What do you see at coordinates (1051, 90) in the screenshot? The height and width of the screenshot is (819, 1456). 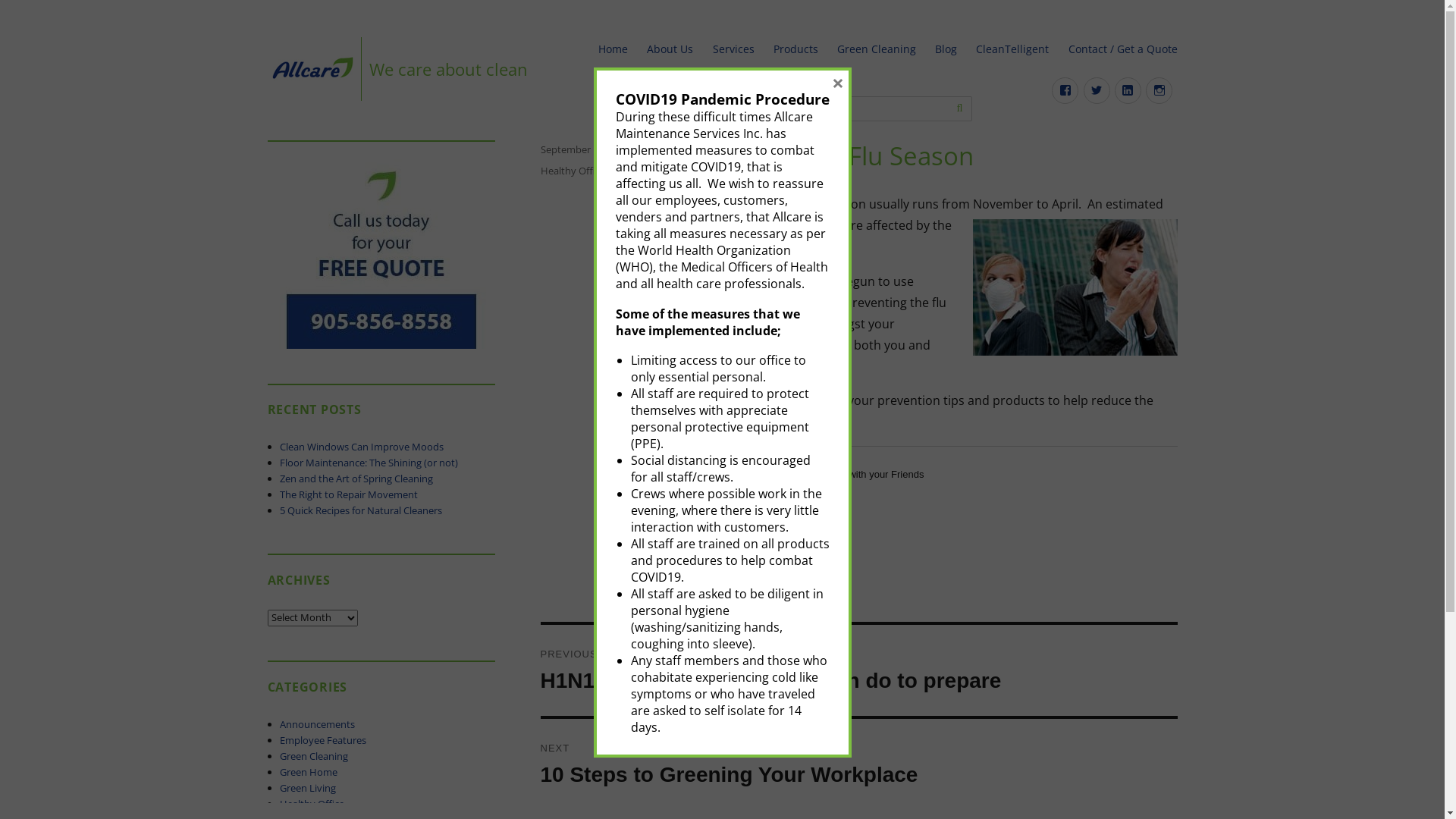 I see `'Facebook'` at bounding box center [1051, 90].